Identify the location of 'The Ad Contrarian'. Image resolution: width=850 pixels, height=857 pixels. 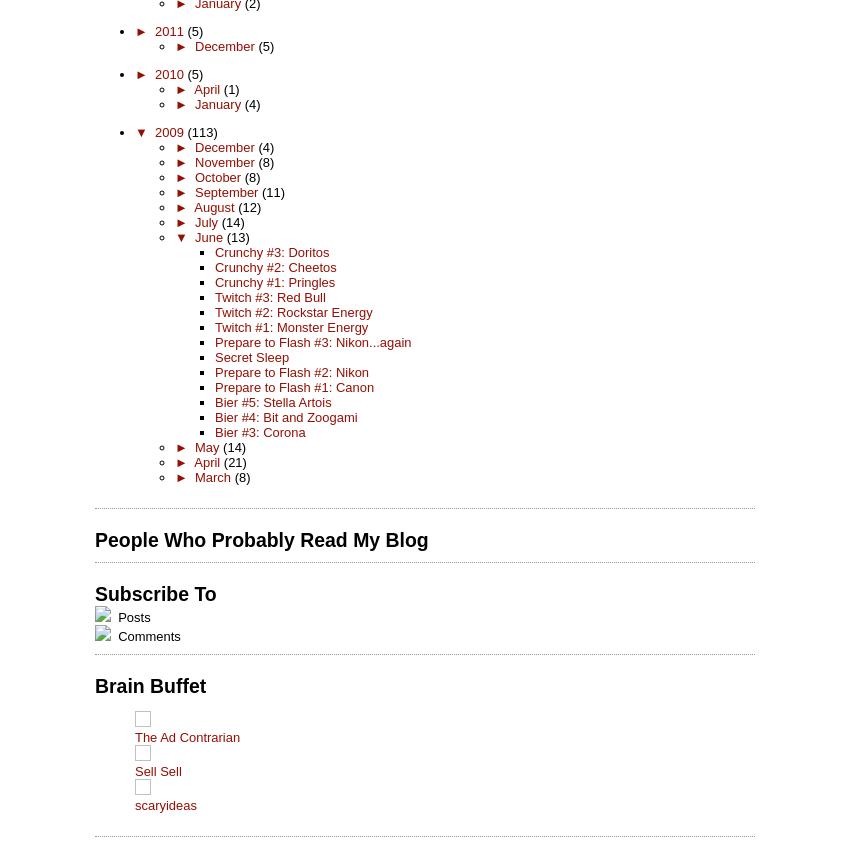
(186, 736).